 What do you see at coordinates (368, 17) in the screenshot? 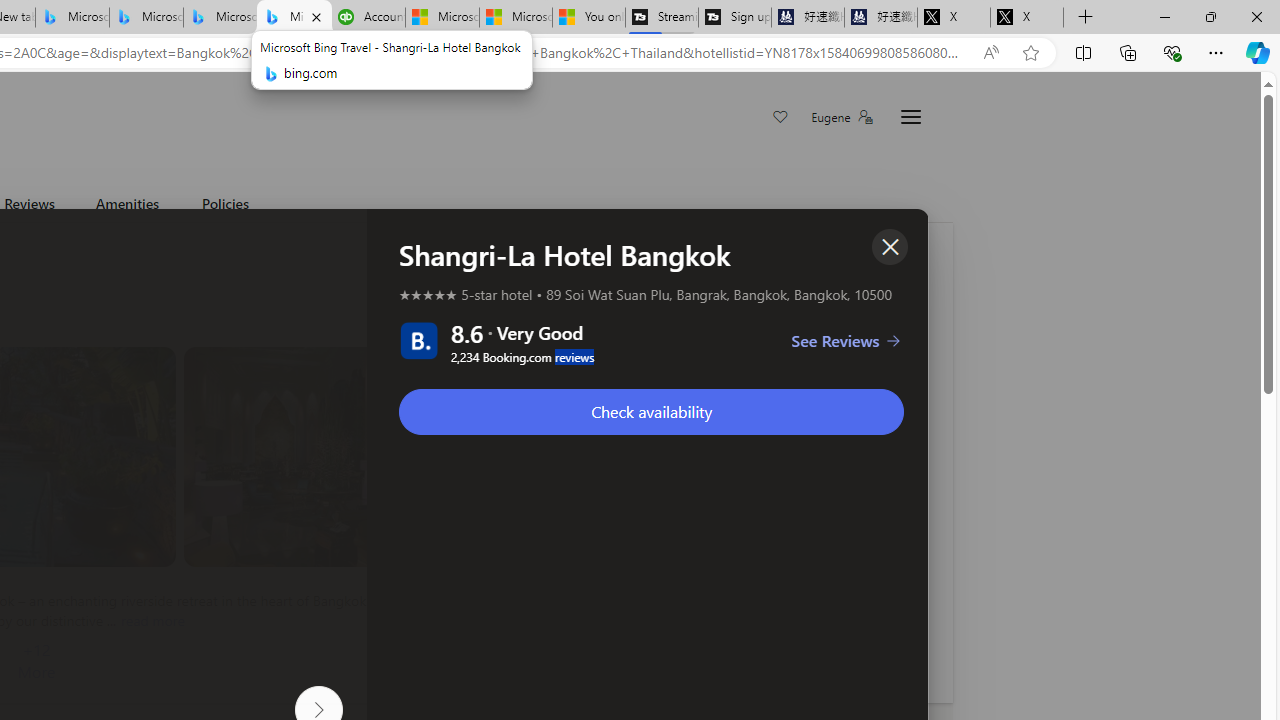
I see `'Accounting Software for Accountants, CPAs and Bookkeepers'` at bounding box center [368, 17].